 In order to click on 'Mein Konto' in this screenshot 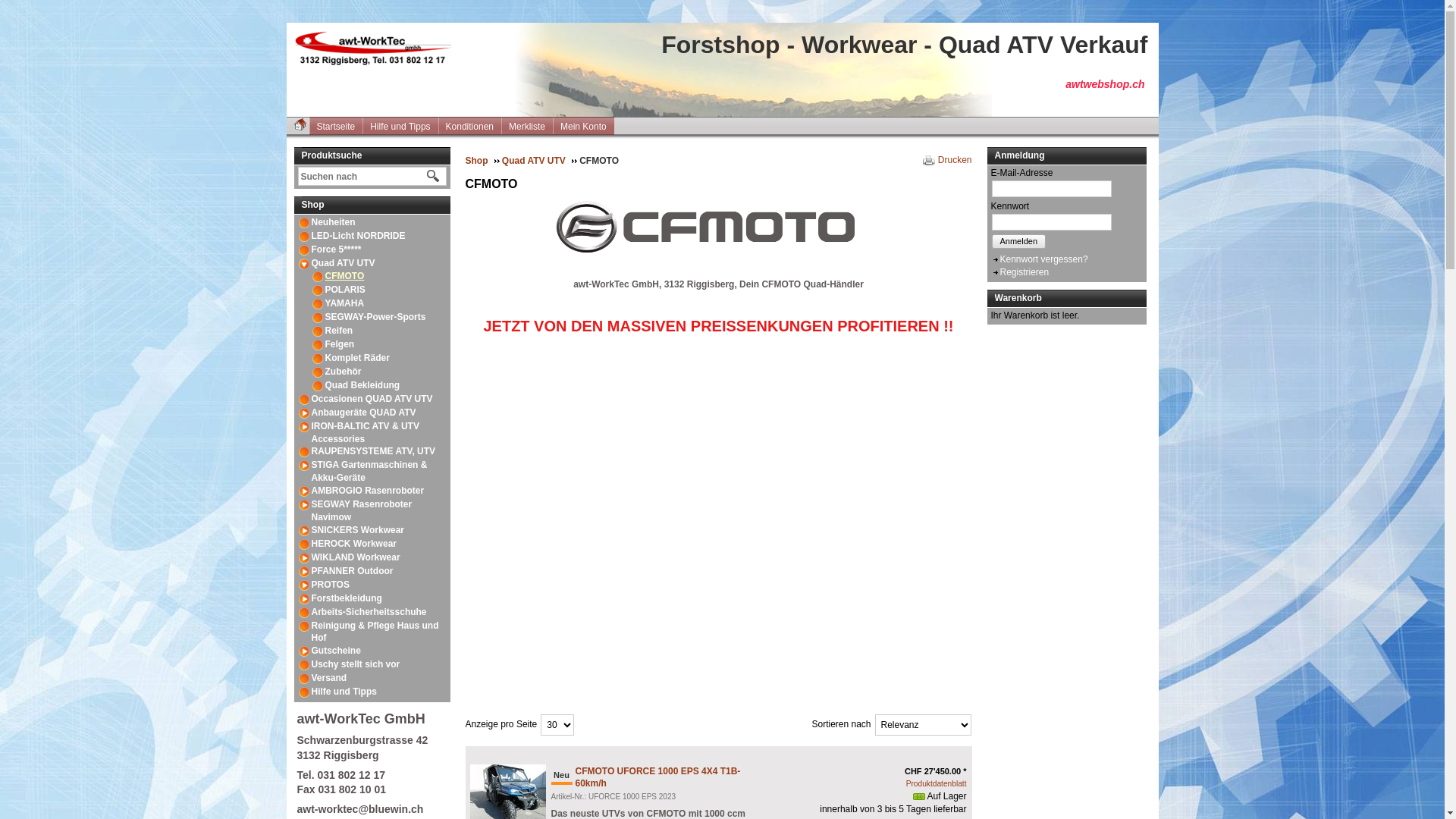, I will do `click(586, 125)`.